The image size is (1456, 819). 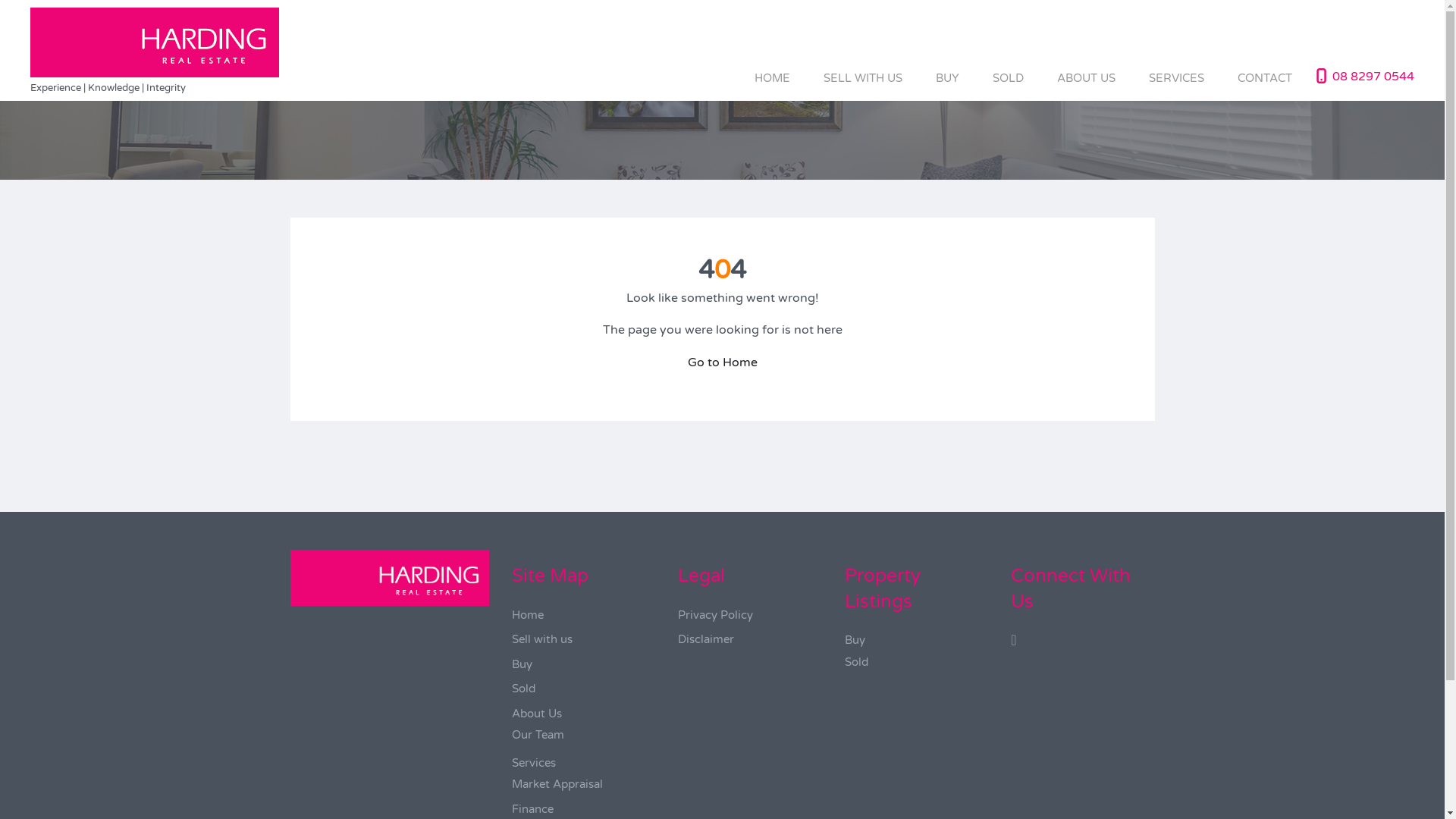 I want to click on 'ABOUT US', so click(x=1085, y=77).